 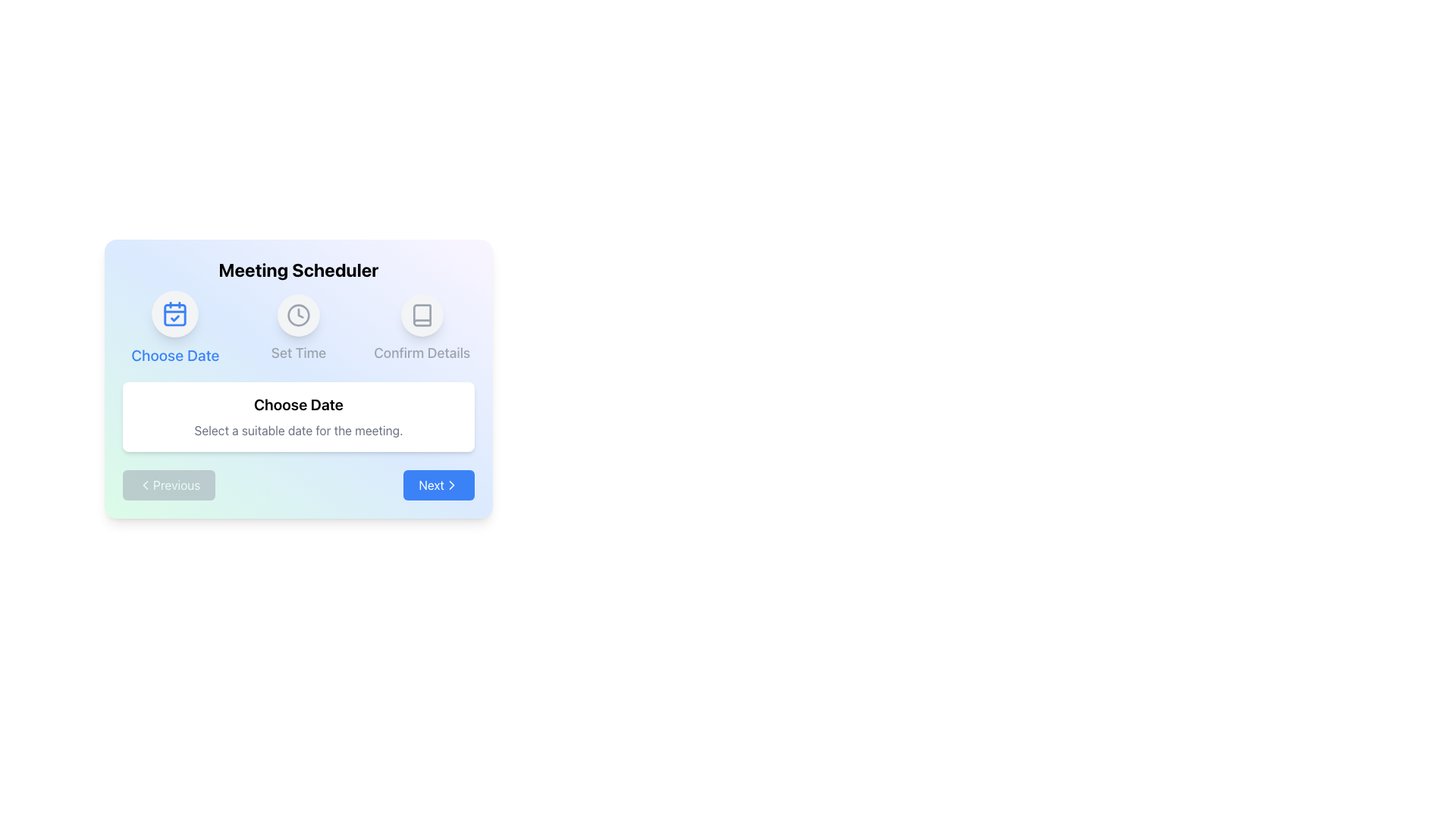 What do you see at coordinates (298, 315) in the screenshot?
I see `the innermost circular part of the clock icon located under the 'Set Time' label, which is styled in a minimalistic way and situated between the 'Choose Date' and 'Confirm Details' icons` at bounding box center [298, 315].